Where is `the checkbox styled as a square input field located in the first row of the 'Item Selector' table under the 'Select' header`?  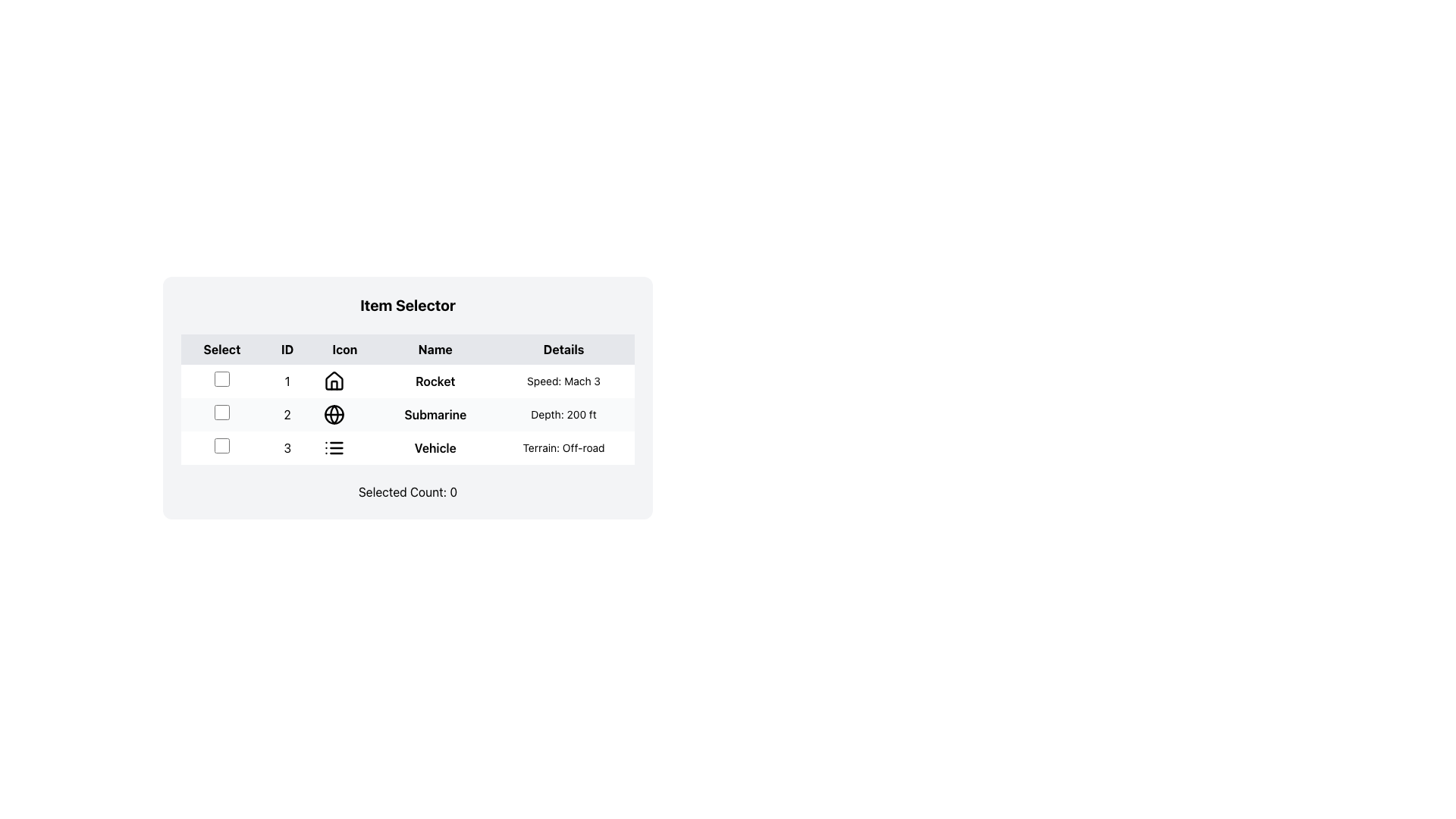 the checkbox styled as a square input field located in the first row of the 'Item Selector' table under the 'Select' header is located at coordinates (221, 378).